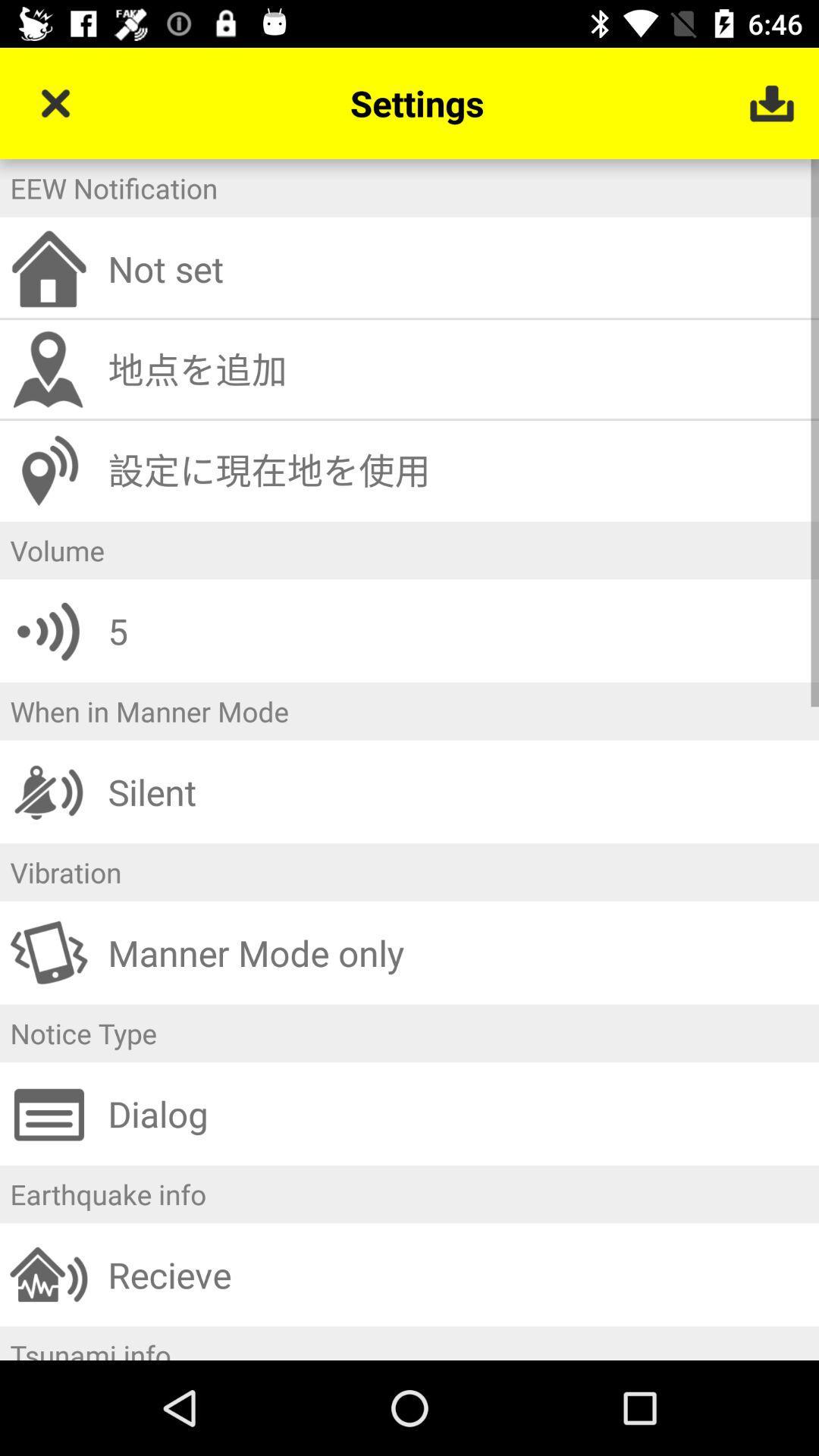  I want to click on icon to the left of settings item, so click(55, 102).